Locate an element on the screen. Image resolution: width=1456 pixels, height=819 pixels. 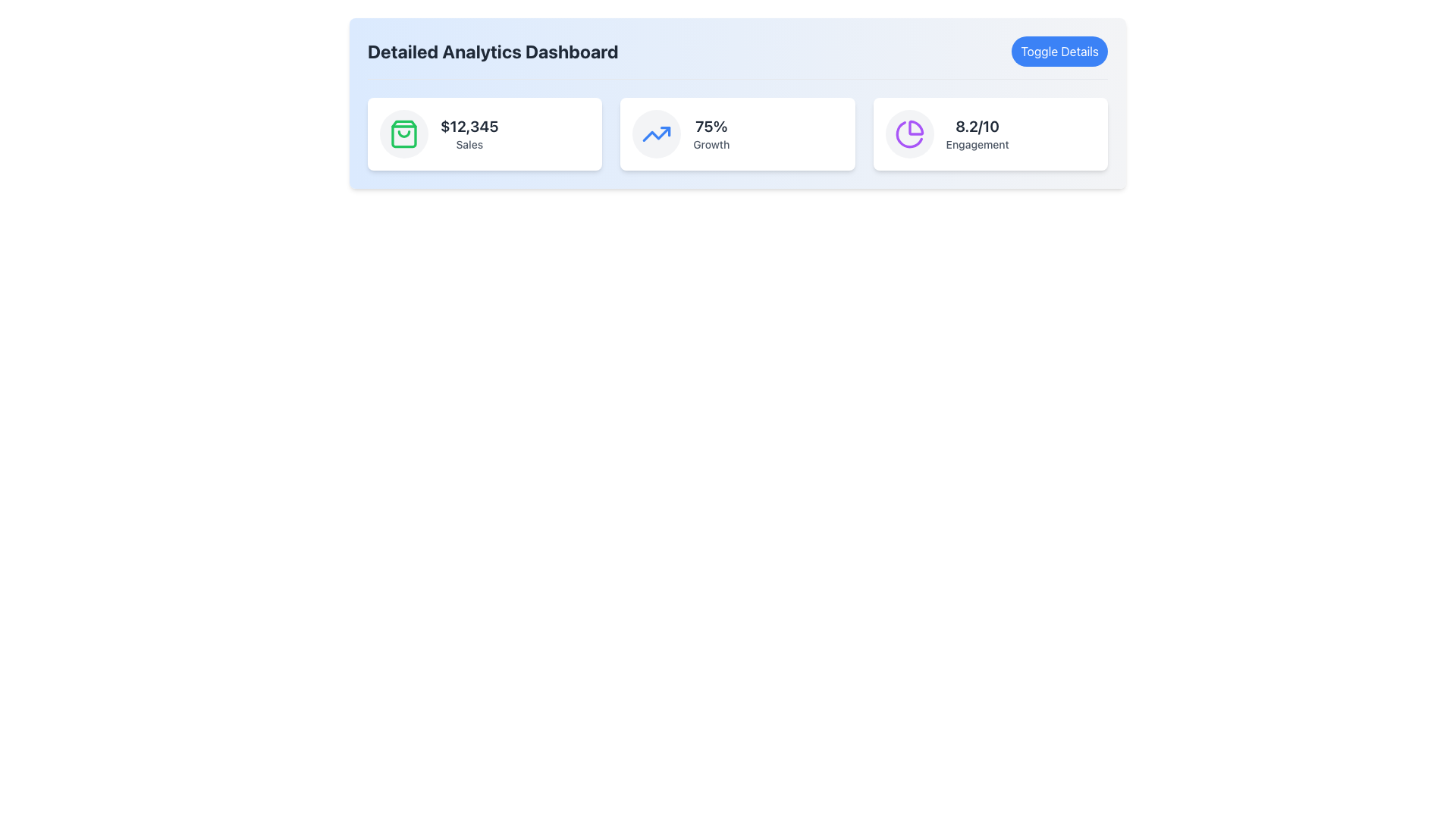
the shopping-related icon within a circular background, located on the left side of the card panel displaying '$12,345' and 'Sales' is located at coordinates (403, 133).